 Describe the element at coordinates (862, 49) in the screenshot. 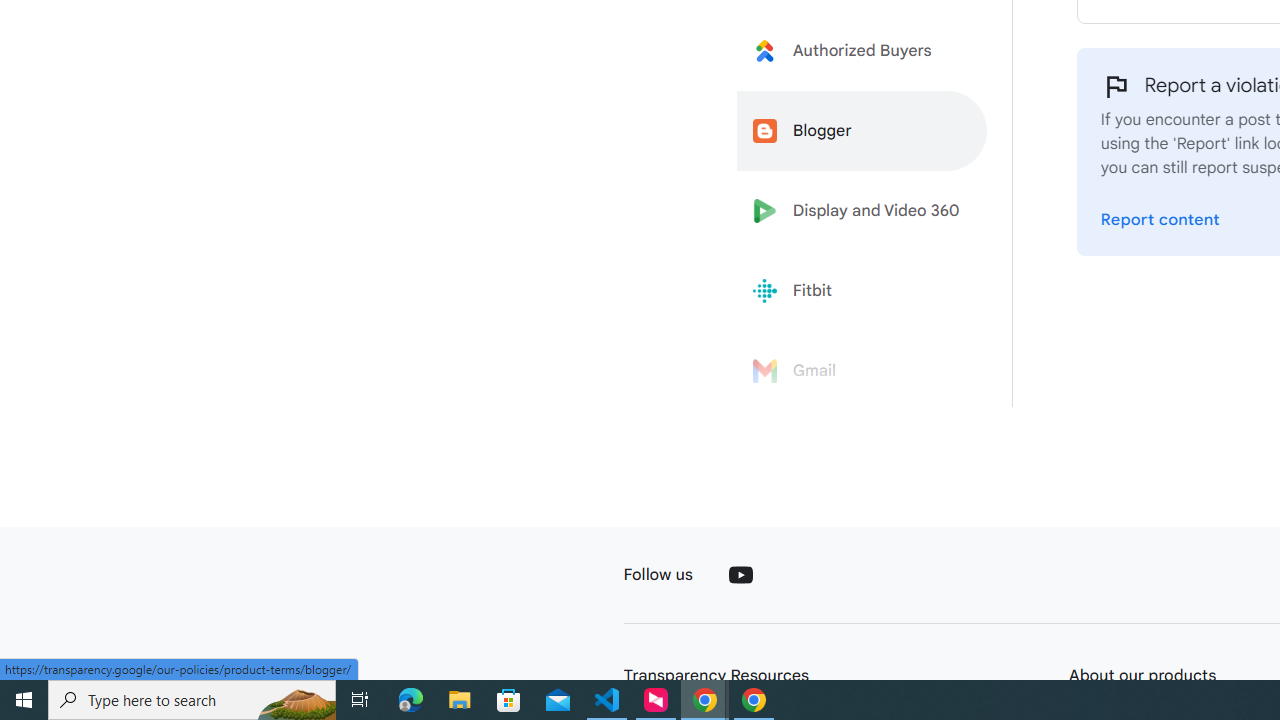

I see `'Learn more about Authorized Buyers'` at that location.